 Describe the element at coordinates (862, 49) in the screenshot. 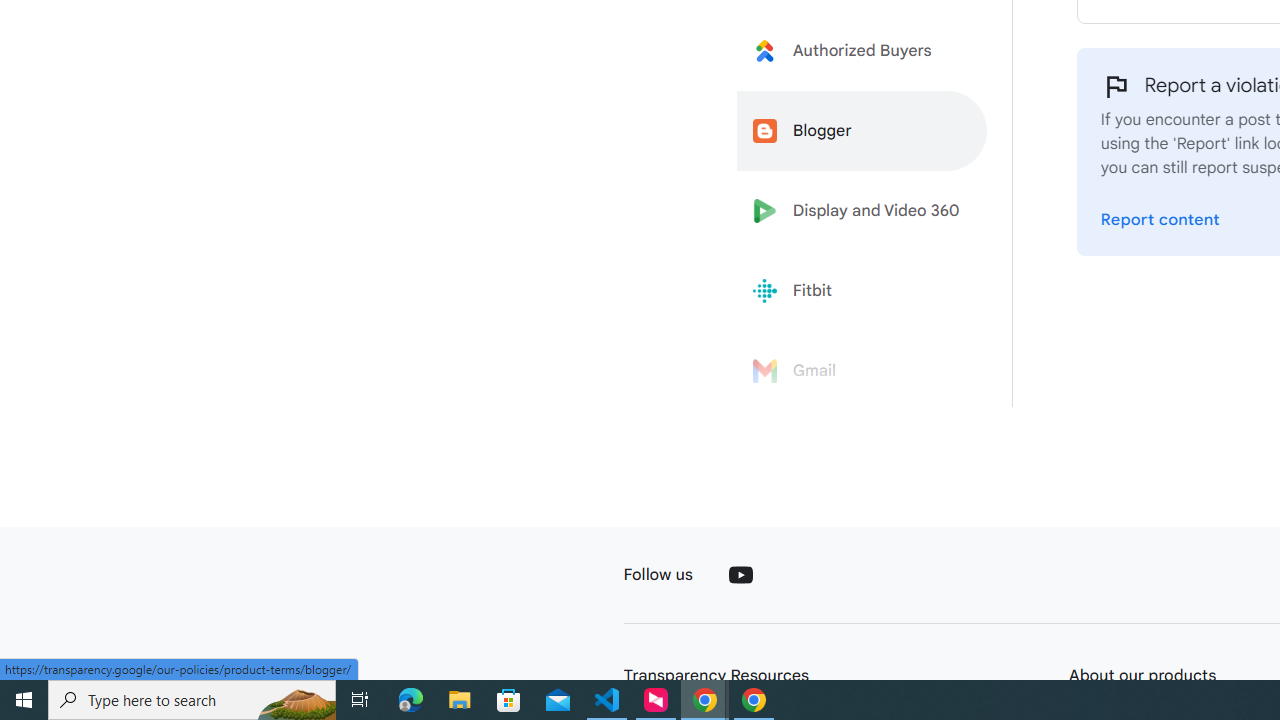

I see `'Learn more about Authorized Buyers'` at that location.